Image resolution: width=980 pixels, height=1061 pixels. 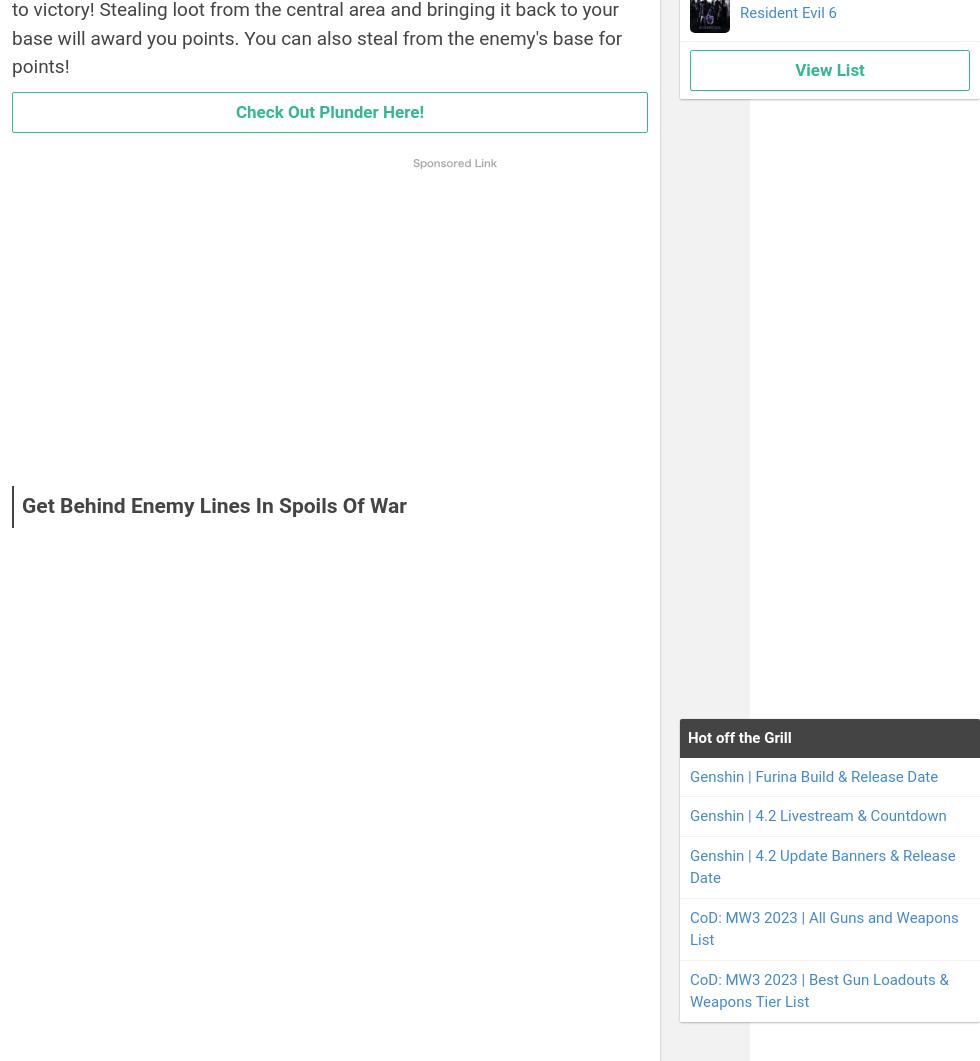 I want to click on 'Check Out Plunder Here!', so click(x=235, y=110).